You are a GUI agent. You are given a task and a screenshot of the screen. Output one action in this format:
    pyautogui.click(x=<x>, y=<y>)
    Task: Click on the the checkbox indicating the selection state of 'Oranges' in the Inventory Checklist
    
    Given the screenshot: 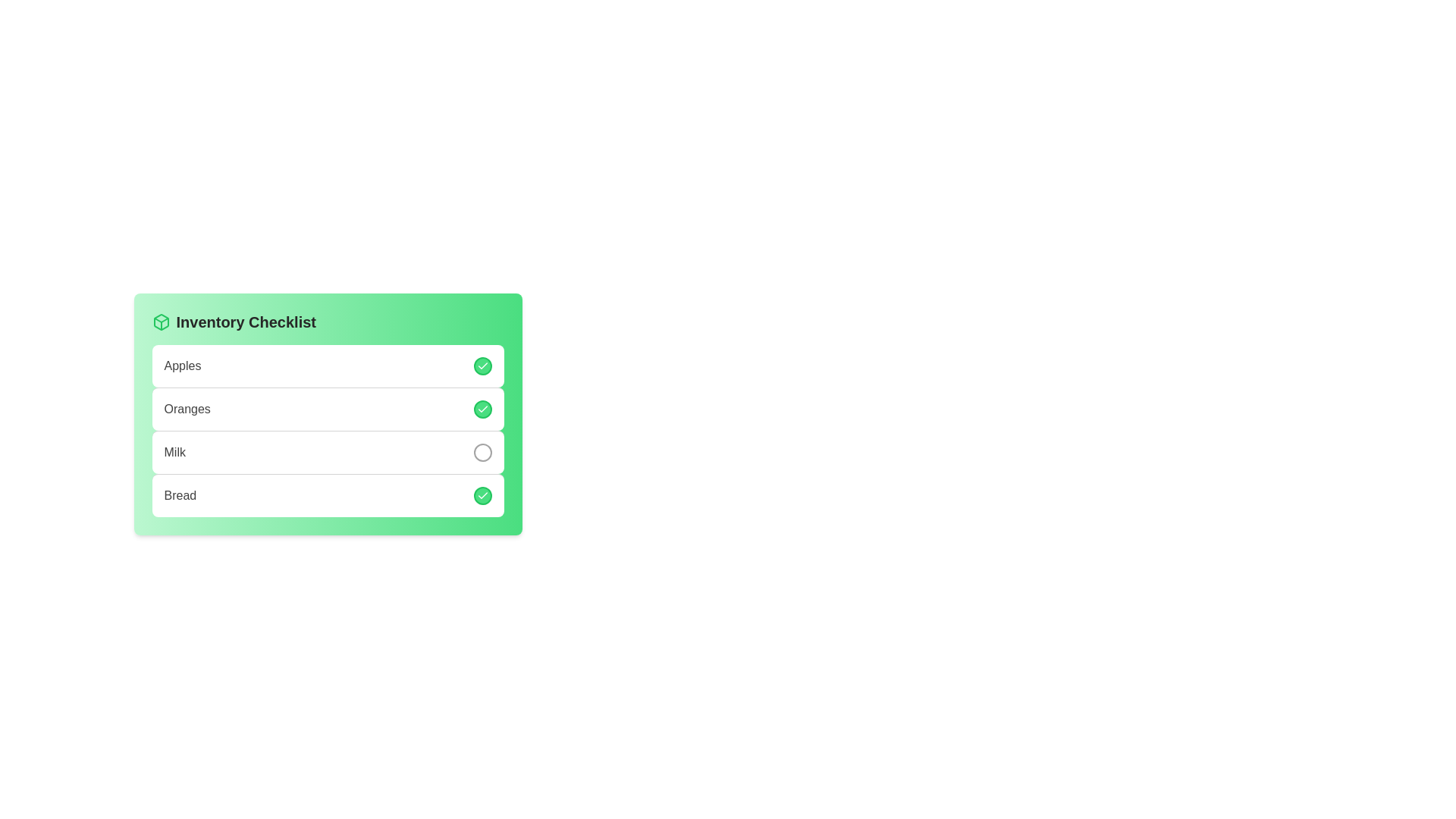 What is the action you would take?
    pyautogui.click(x=482, y=409)
    